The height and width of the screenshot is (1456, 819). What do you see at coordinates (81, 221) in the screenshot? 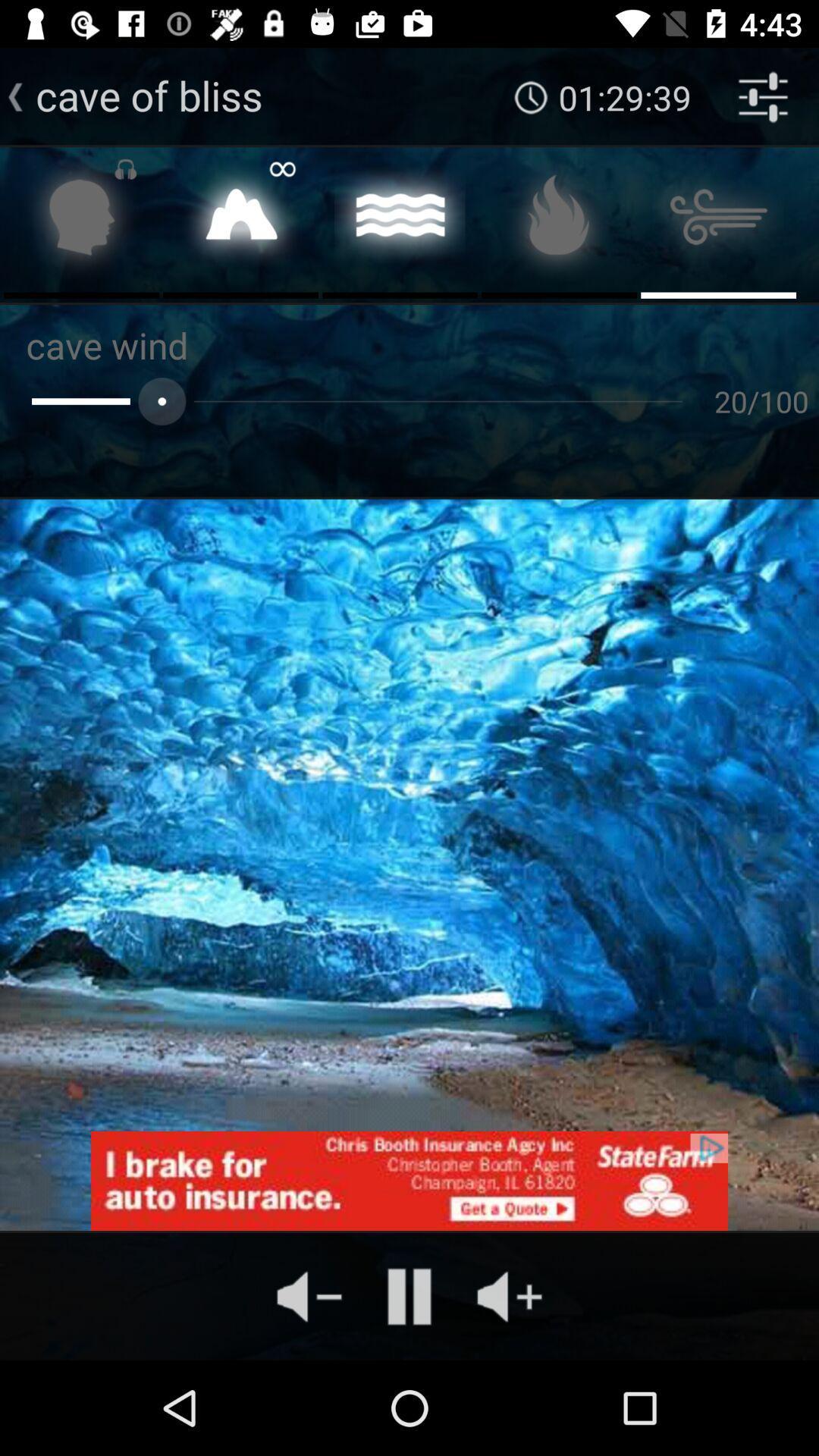
I see `game option` at bounding box center [81, 221].